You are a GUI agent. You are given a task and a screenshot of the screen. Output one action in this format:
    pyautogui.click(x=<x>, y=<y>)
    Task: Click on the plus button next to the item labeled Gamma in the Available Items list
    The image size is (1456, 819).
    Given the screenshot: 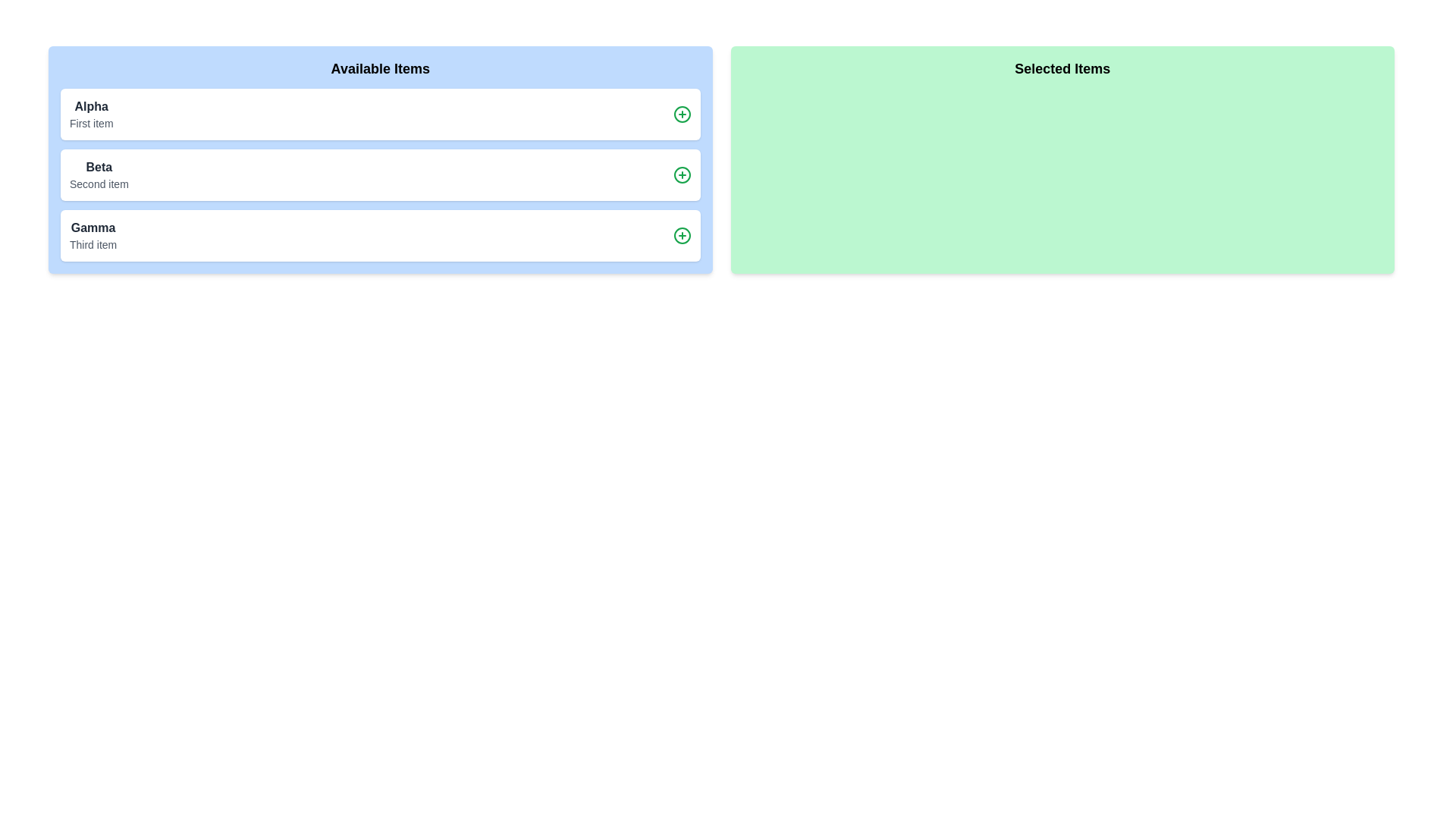 What is the action you would take?
    pyautogui.click(x=681, y=236)
    